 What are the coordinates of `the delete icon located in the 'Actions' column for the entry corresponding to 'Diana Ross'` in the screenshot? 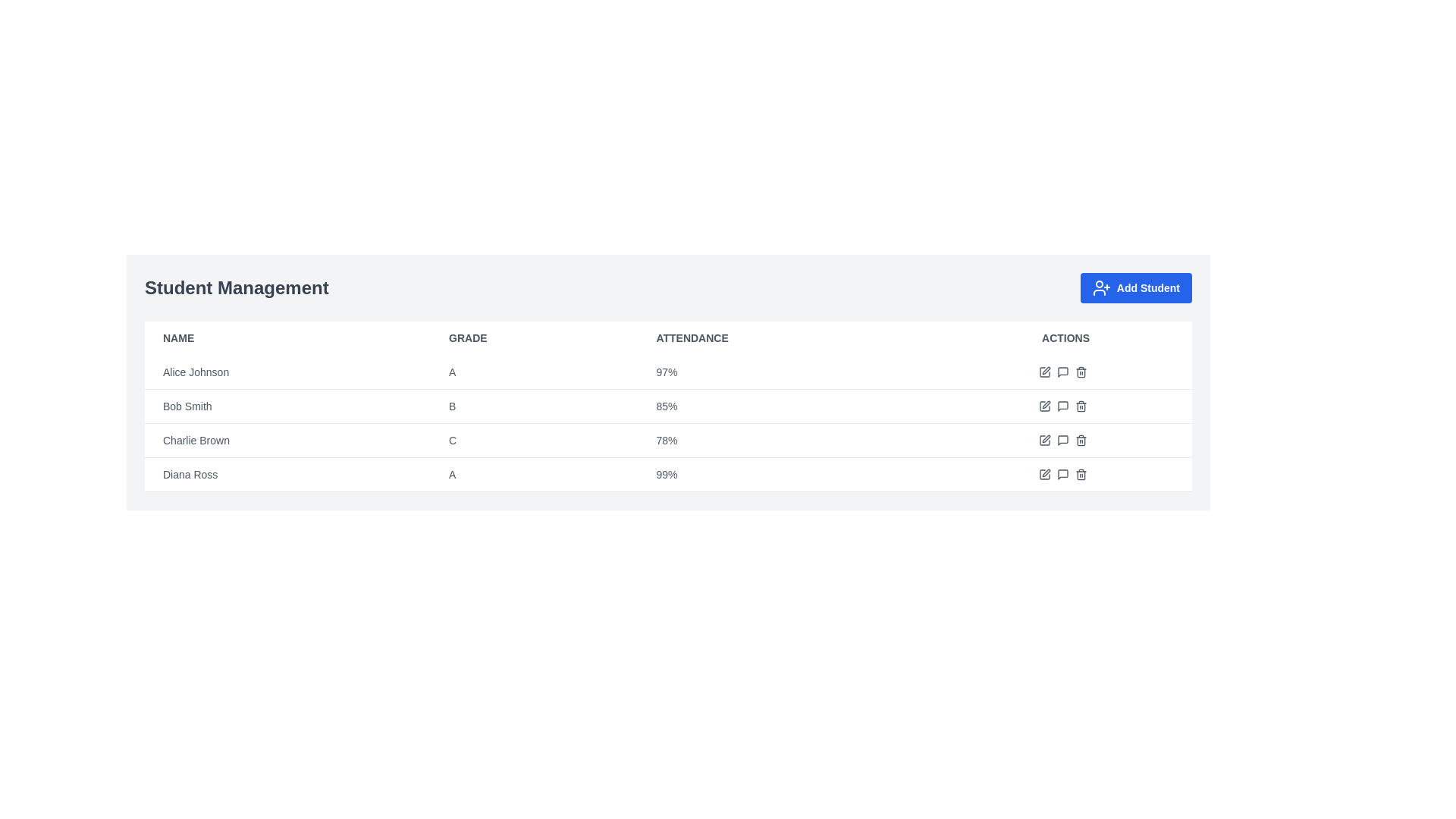 It's located at (1080, 473).